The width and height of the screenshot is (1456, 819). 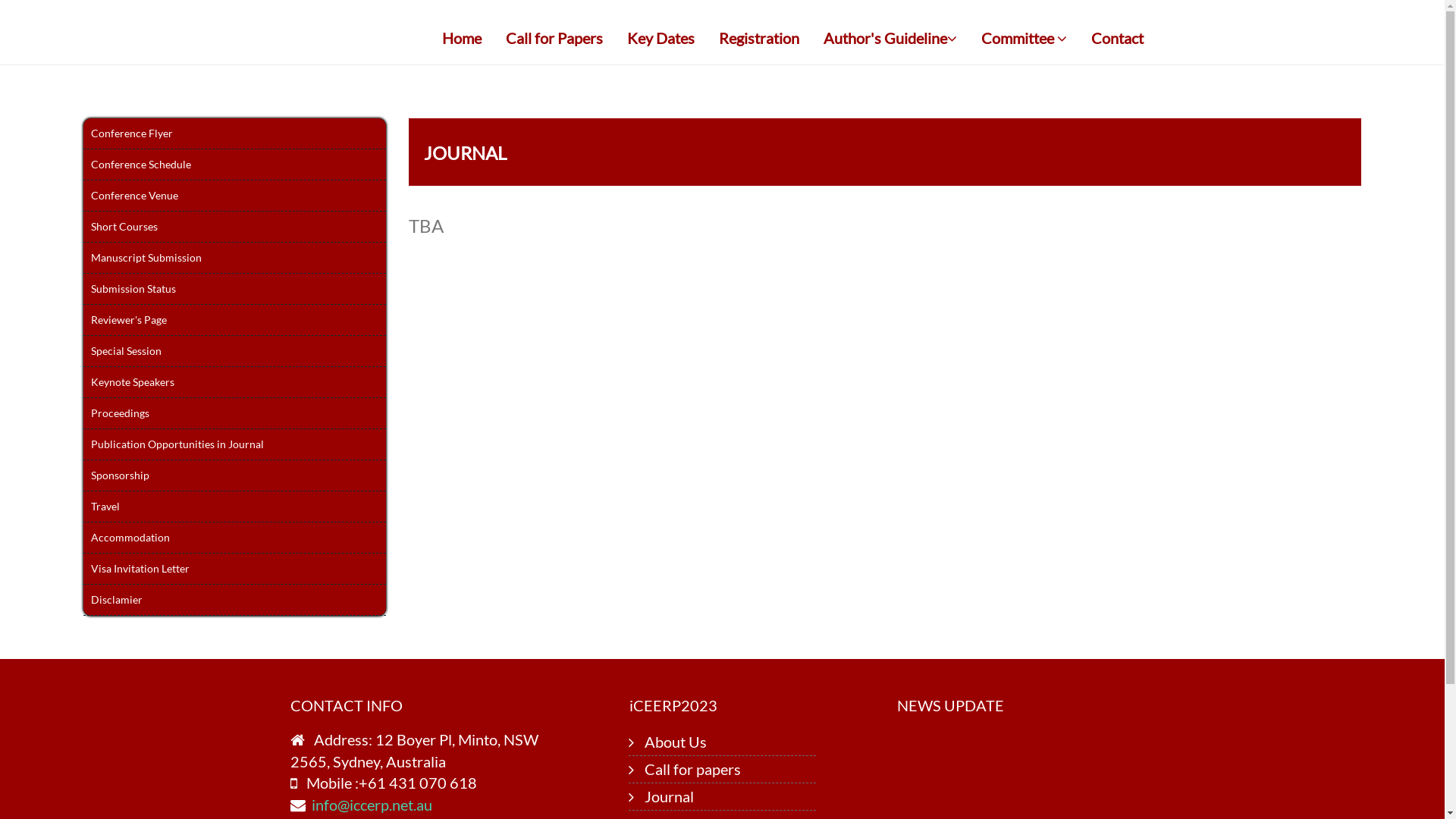 What do you see at coordinates (494, 37) in the screenshot?
I see `'Call for Papers'` at bounding box center [494, 37].